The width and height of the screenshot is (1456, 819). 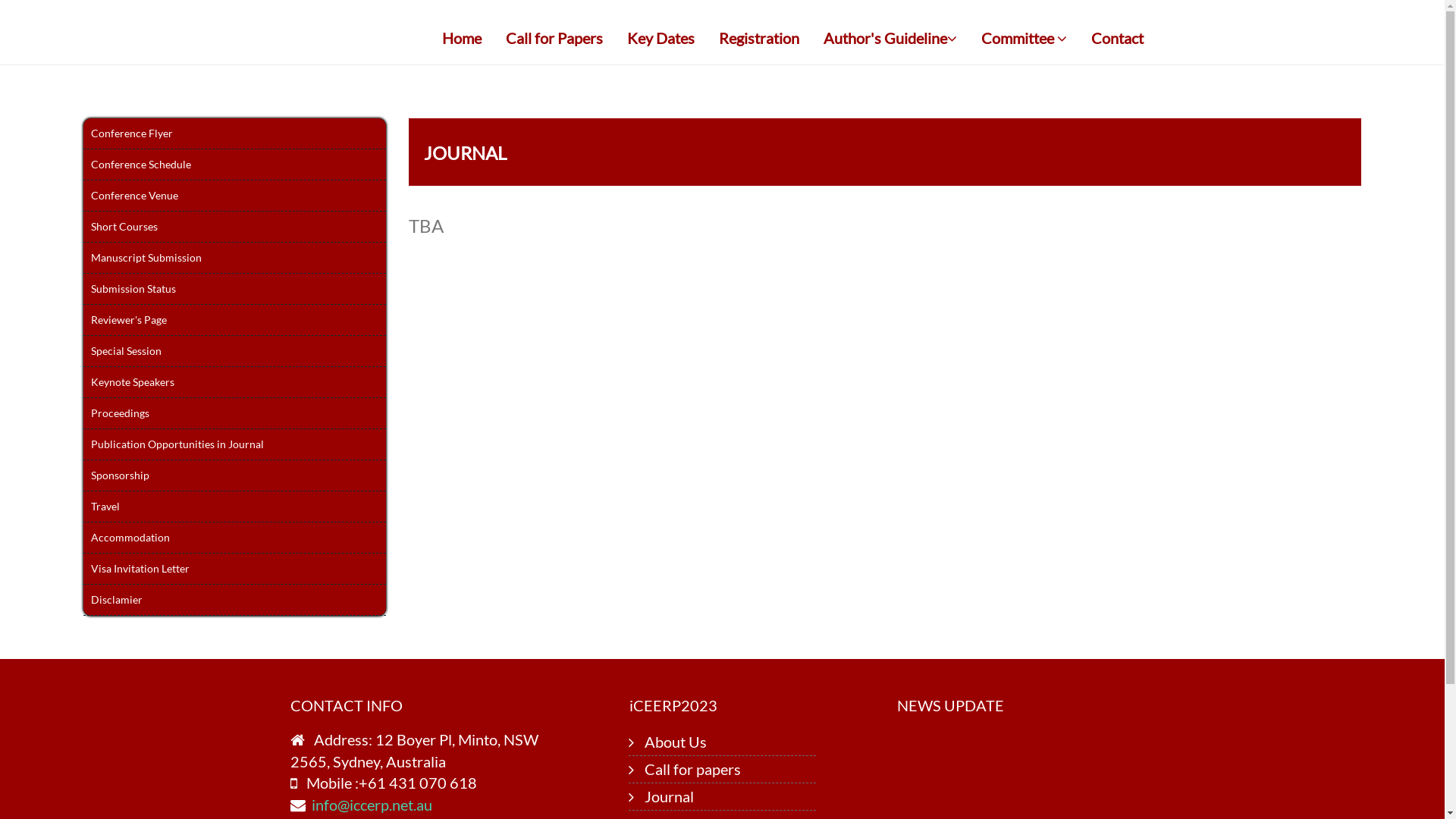 What do you see at coordinates (494, 37) in the screenshot?
I see `'Call for Papers'` at bounding box center [494, 37].